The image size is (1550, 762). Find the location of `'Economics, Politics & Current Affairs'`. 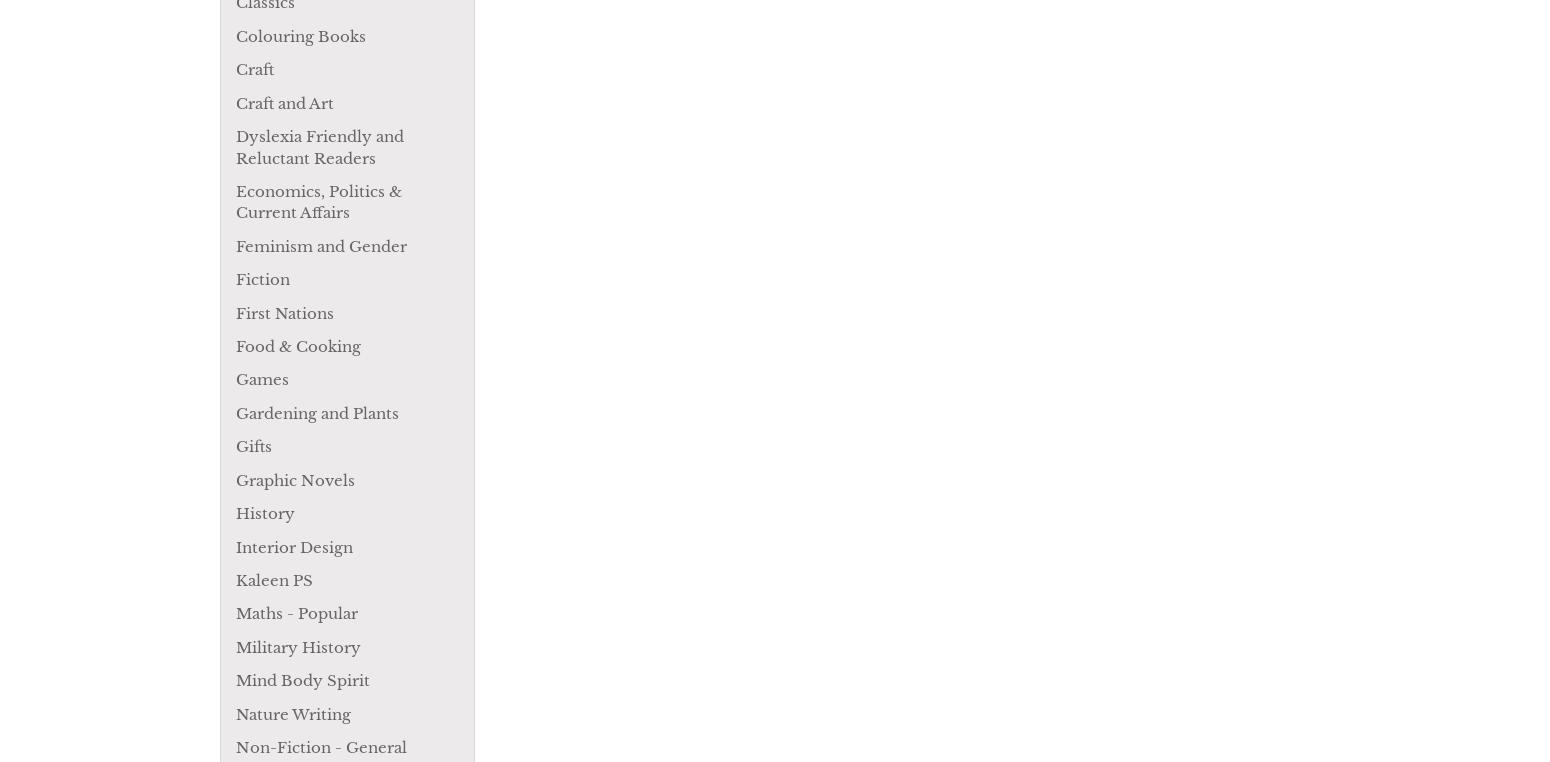

'Economics, Politics & Current Affairs' is located at coordinates (317, 201).